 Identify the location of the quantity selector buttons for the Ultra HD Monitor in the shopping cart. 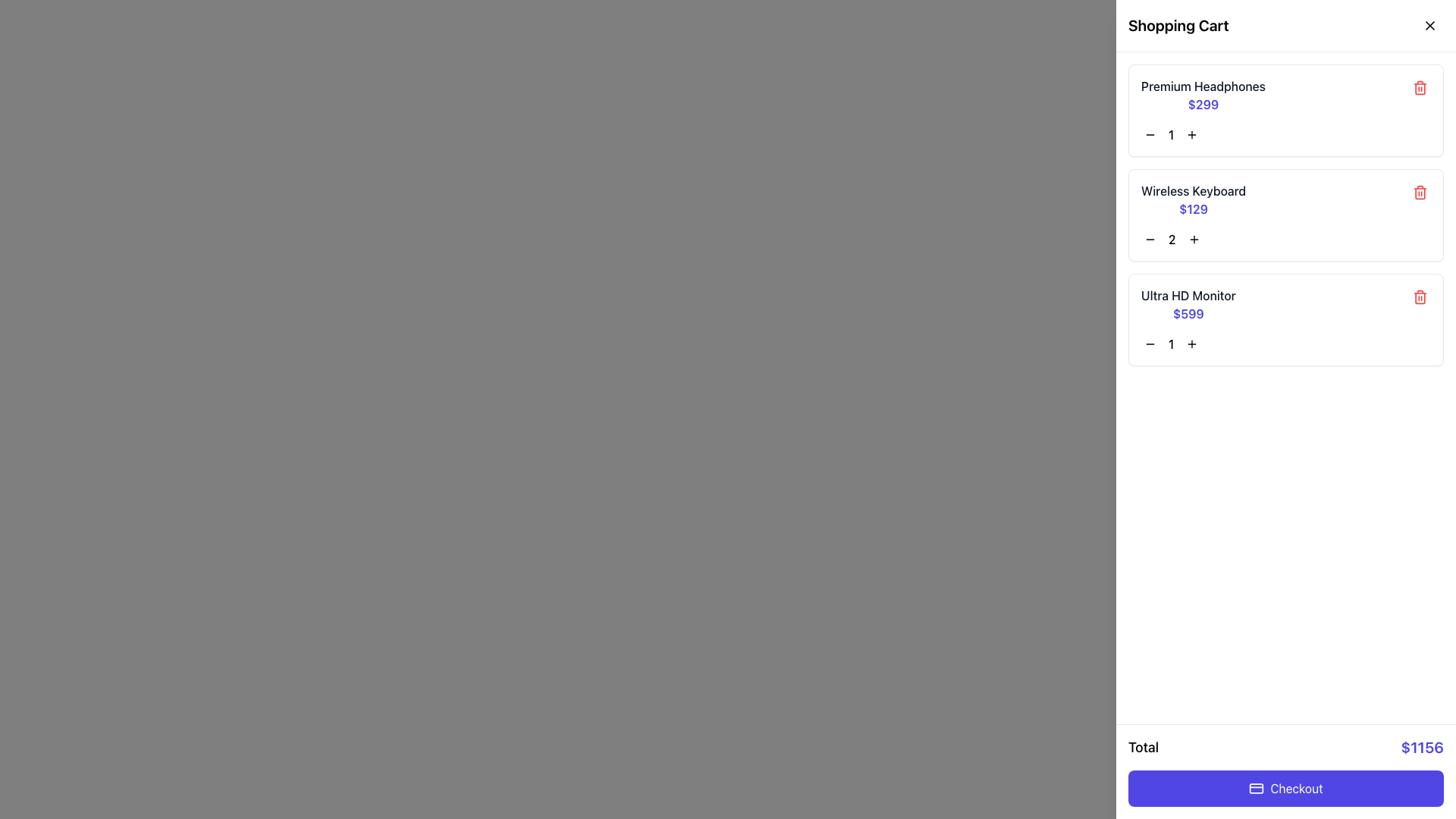
(1285, 344).